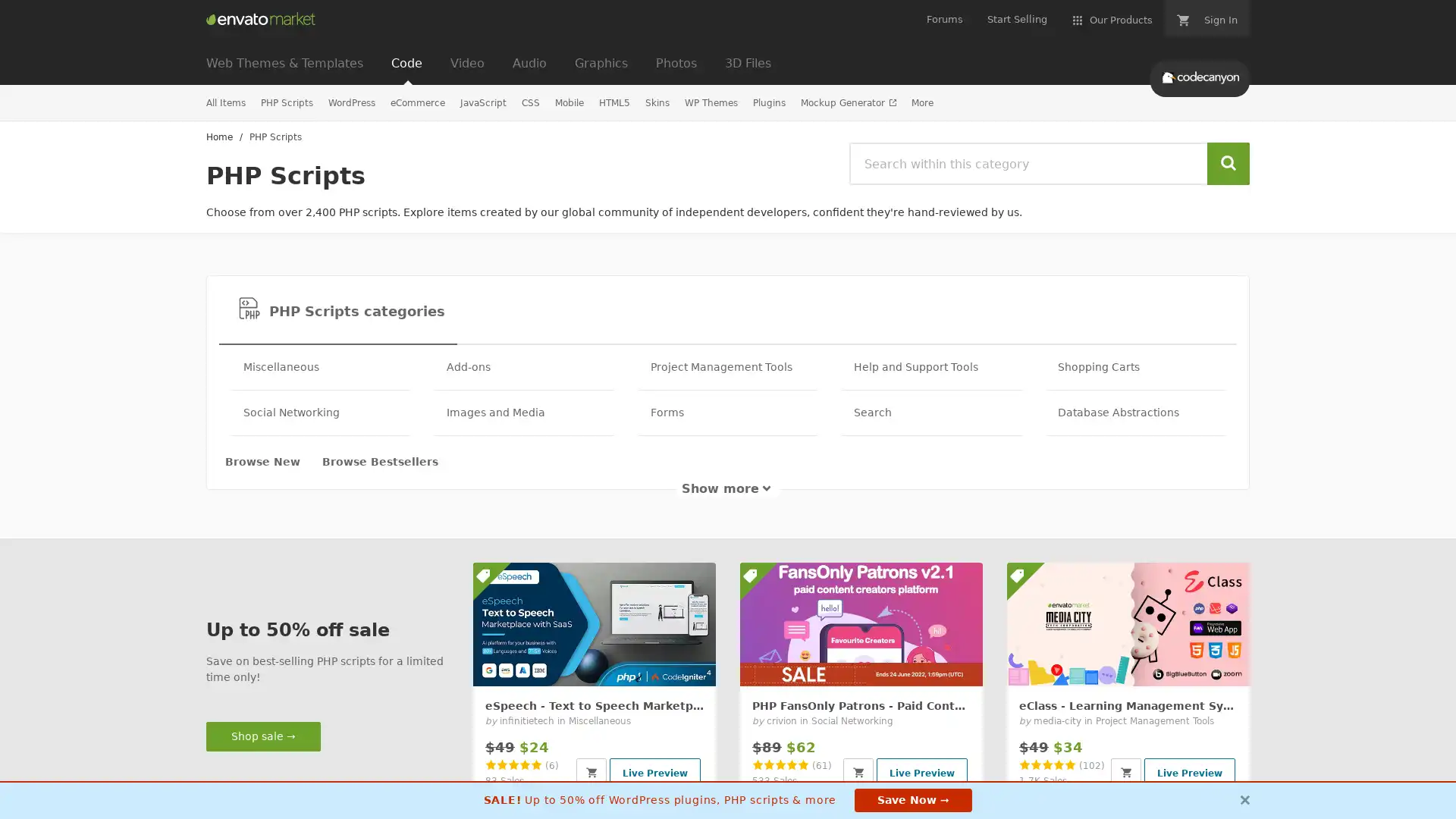 This screenshot has height=819, width=1456. Describe the element at coordinates (1228, 164) in the screenshot. I see `Search` at that location.